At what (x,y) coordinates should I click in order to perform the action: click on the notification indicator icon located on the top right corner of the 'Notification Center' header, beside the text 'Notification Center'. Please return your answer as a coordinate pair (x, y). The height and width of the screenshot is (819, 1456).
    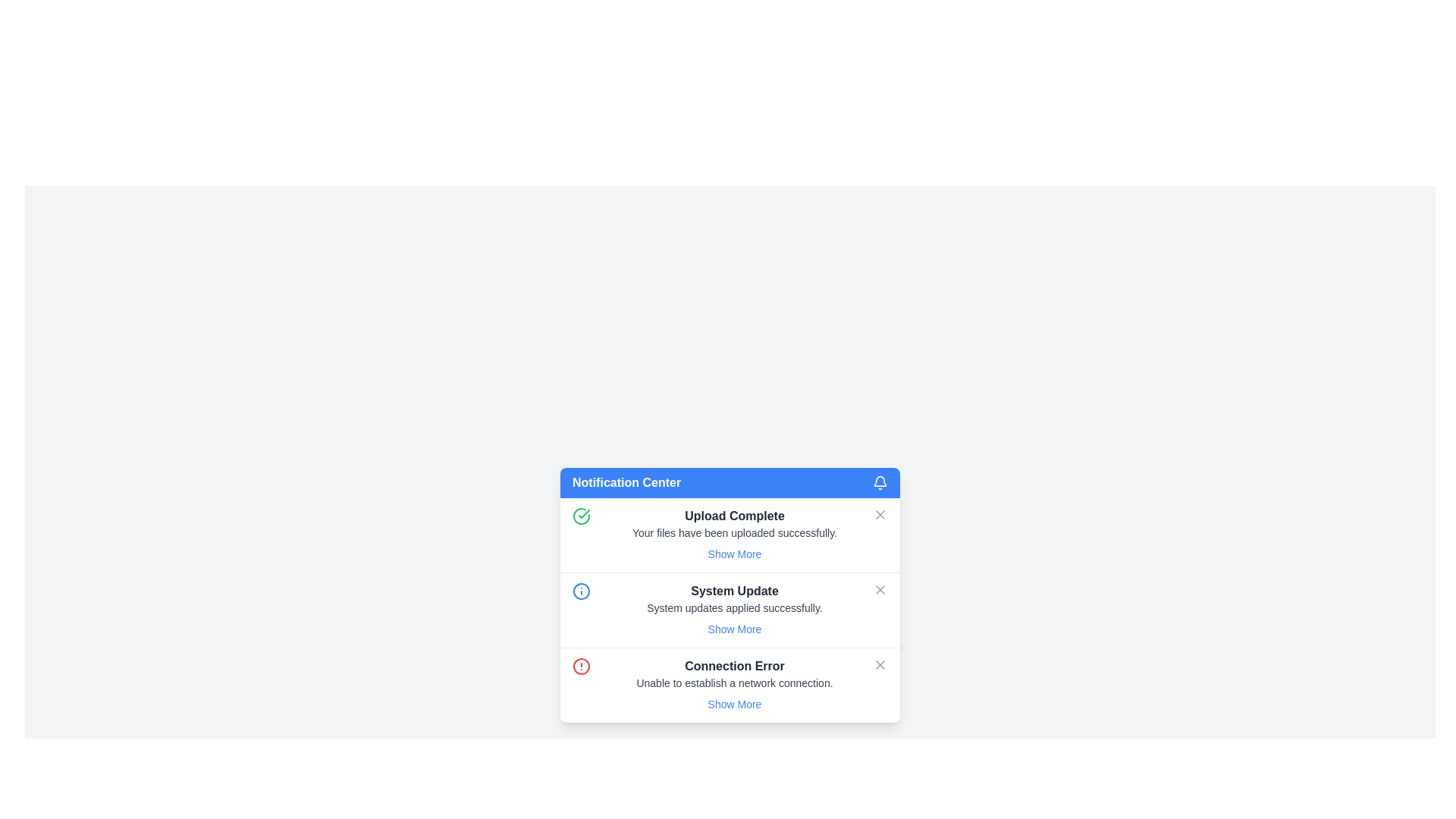
    Looking at the image, I should click on (880, 482).